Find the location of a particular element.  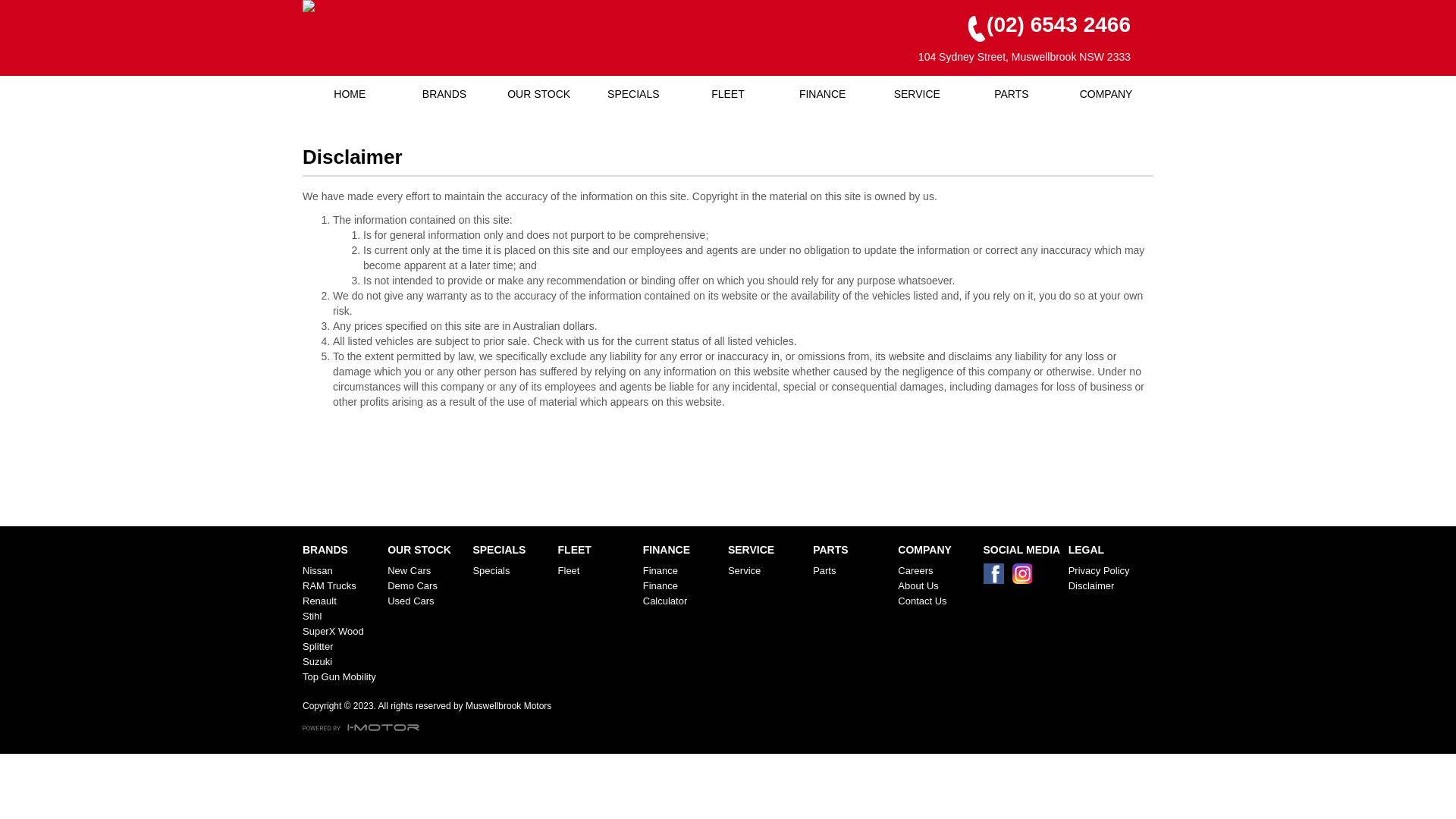

'Suzuki' is located at coordinates (341, 661).